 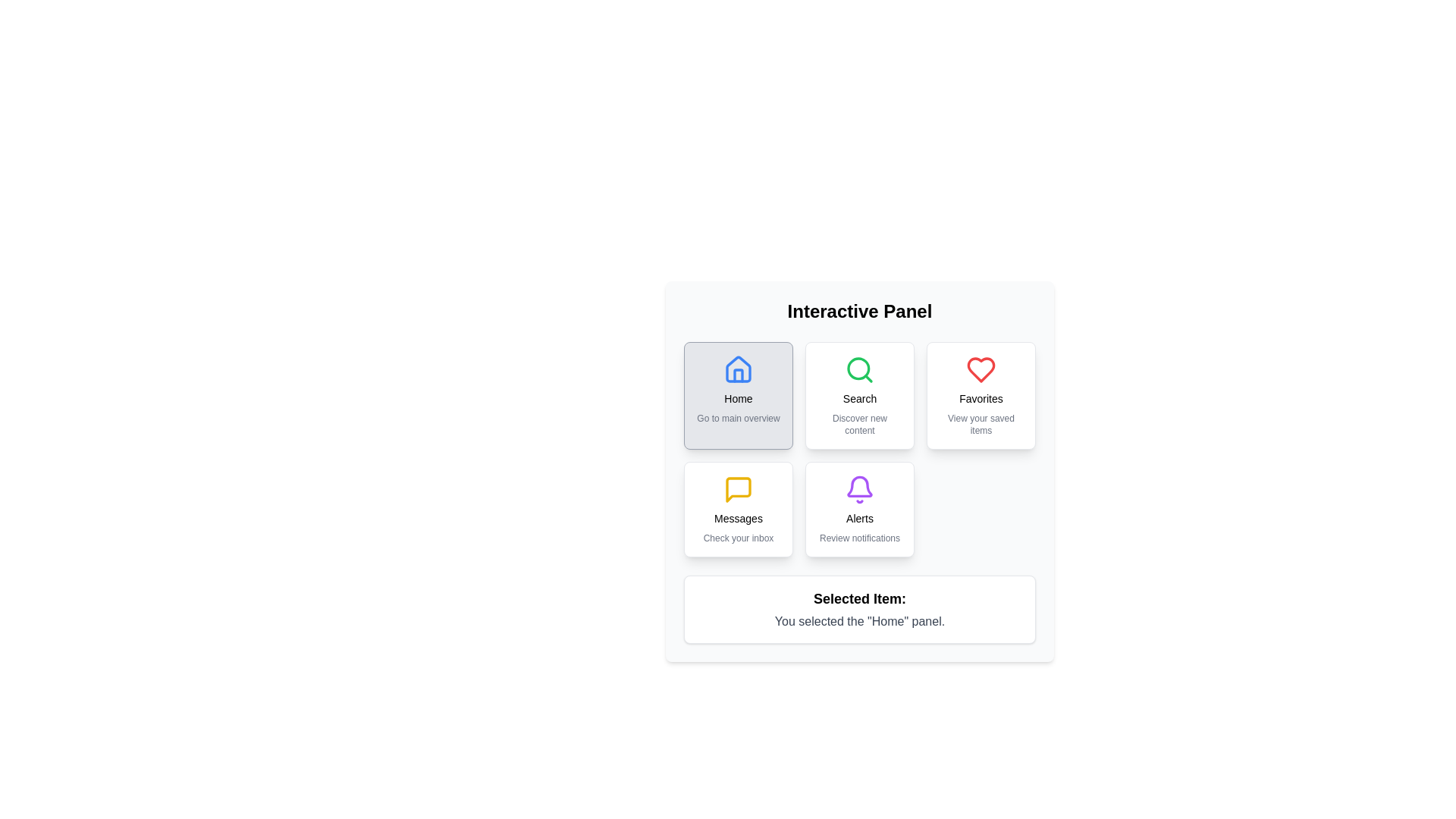 What do you see at coordinates (859, 424) in the screenshot?
I see `the static descriptive text labeled 'Discover new content' which is styled in gray and located within the 'Search' card module` at bounding box center [859, 424].